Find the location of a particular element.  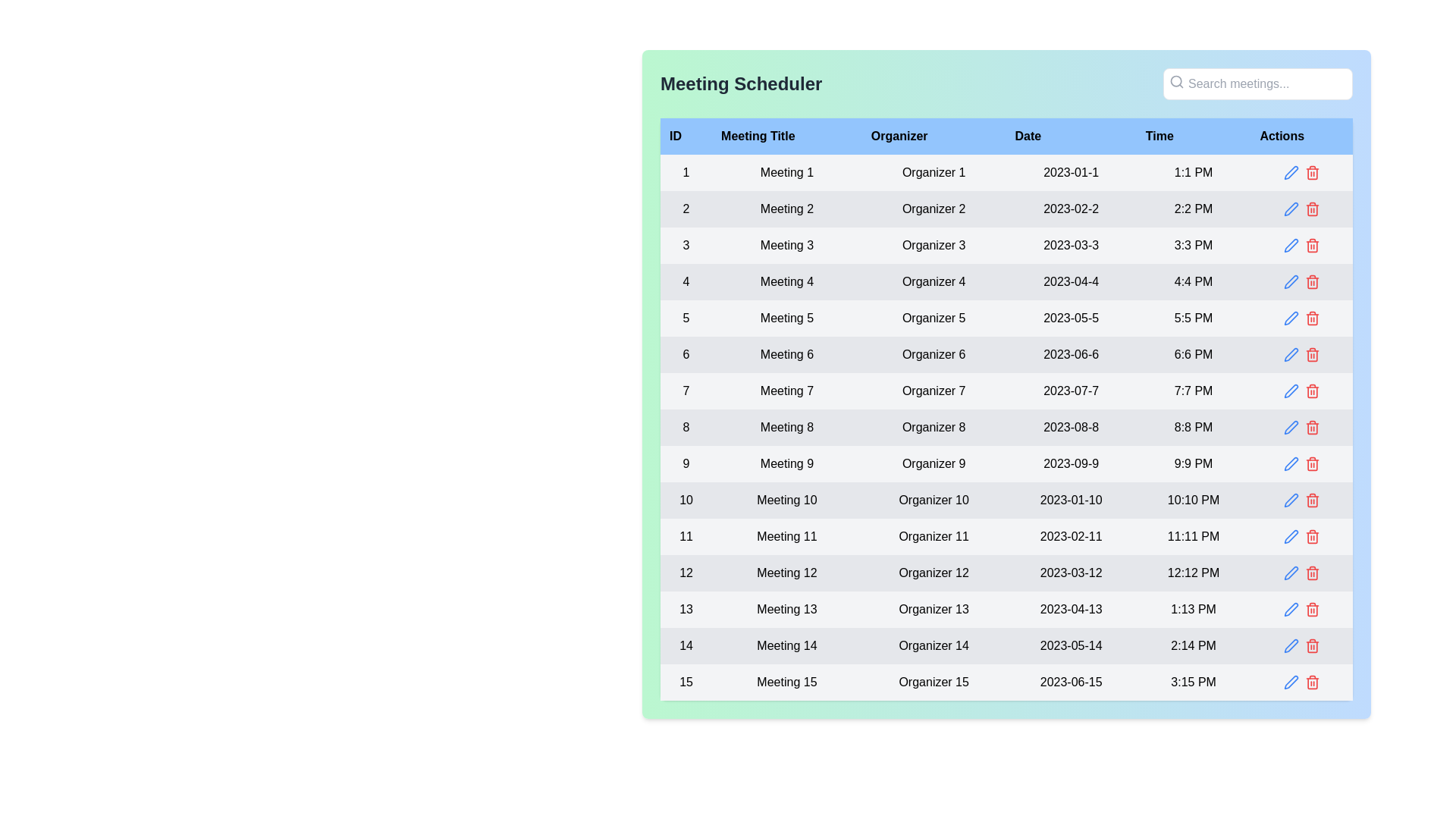

the text label displaying 'Organizer 8' in the light gray cell of the eighth row in the 'Organizer' column of the 'Meeting Scheduler' table is located at coordinates (933, 427).